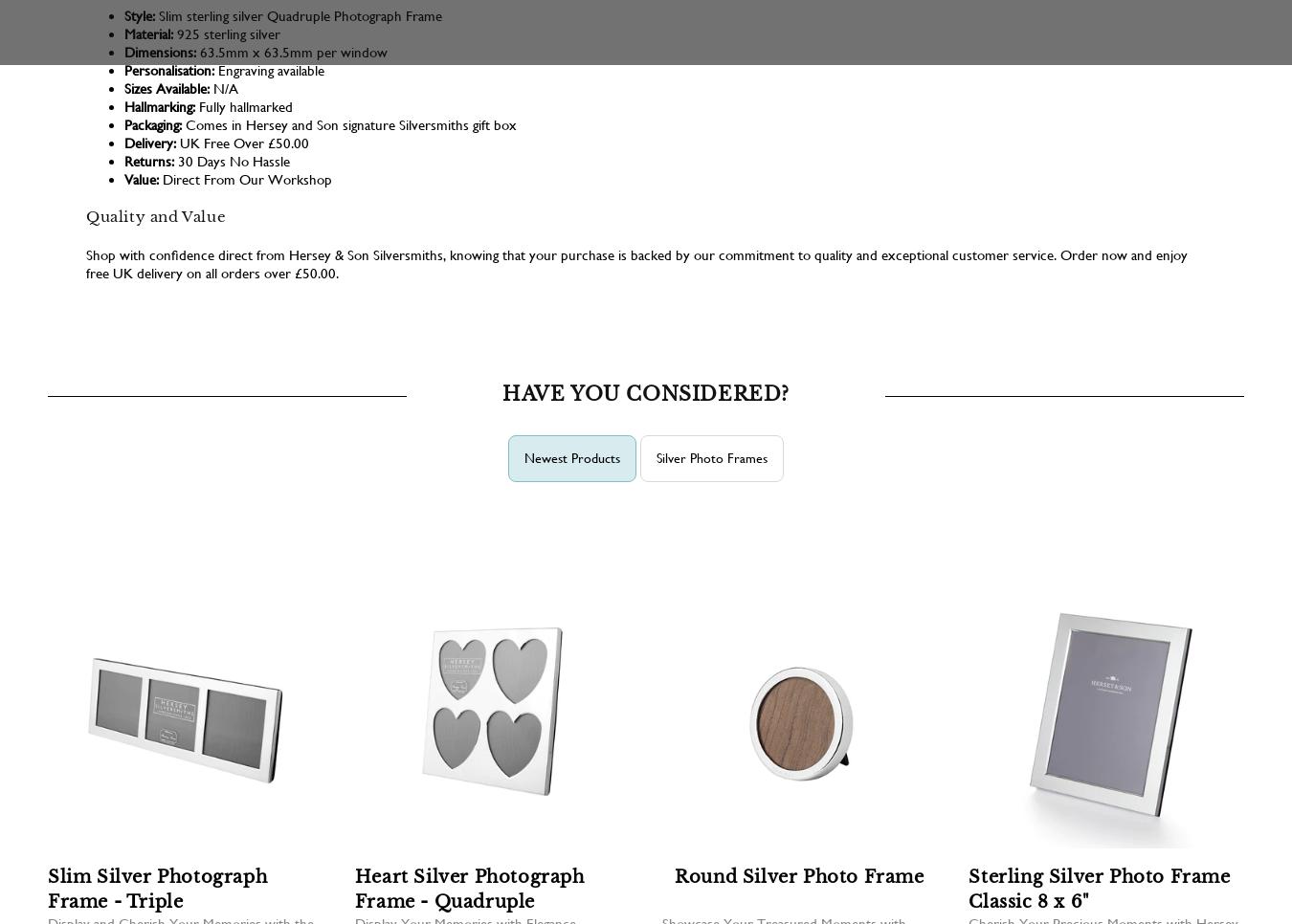 Image resolution: width=1292 pixels, height=924 pixels. I want to click on 'Sizes Available:', so click(167, 87).